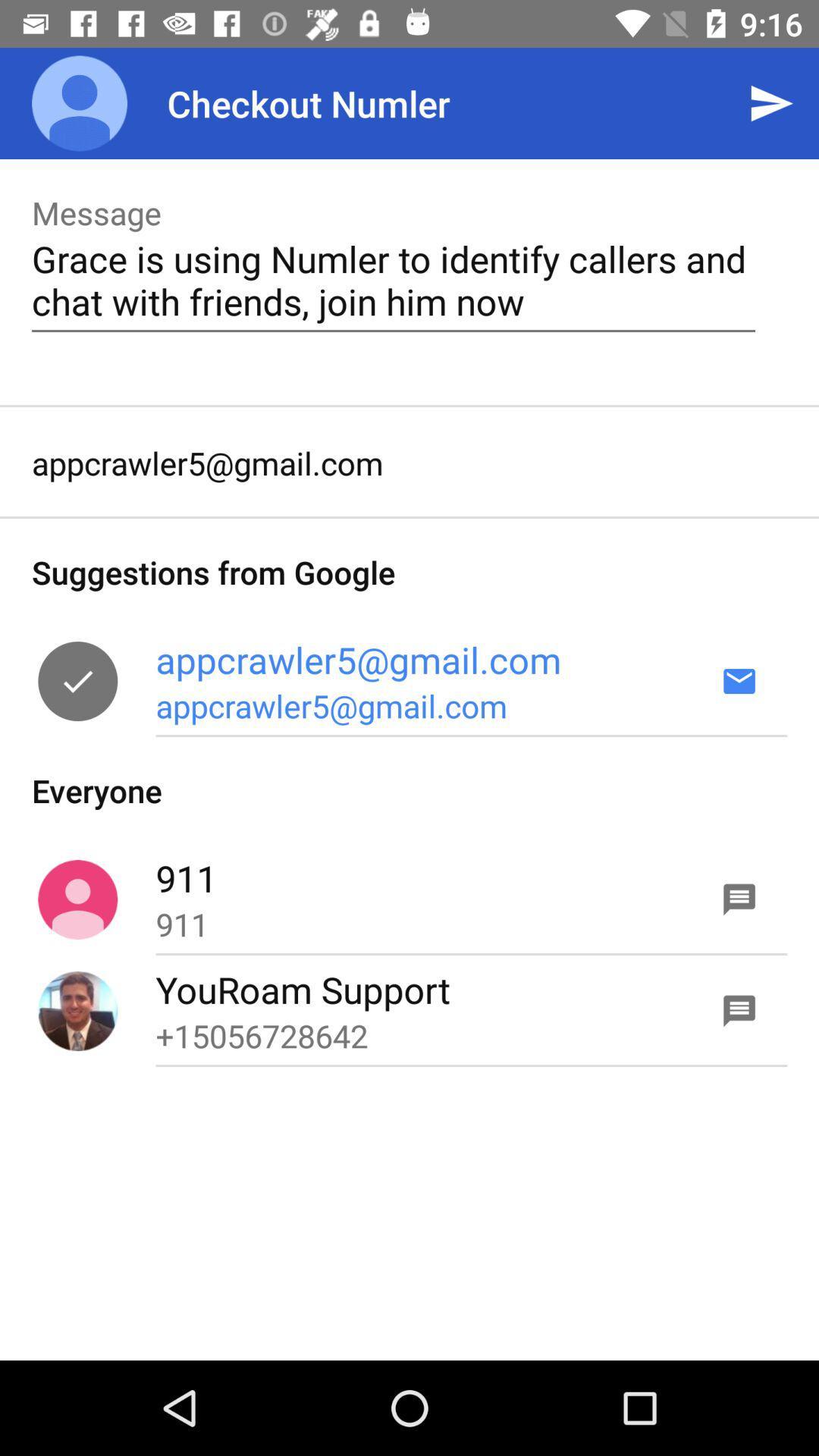 Image resolution: width=819 pixels, height=1456 pixels. What do you see at coordinates (79, 102) in the screenshot?
I see `the item next to checkout numler item` at bounding box center [79, 102].